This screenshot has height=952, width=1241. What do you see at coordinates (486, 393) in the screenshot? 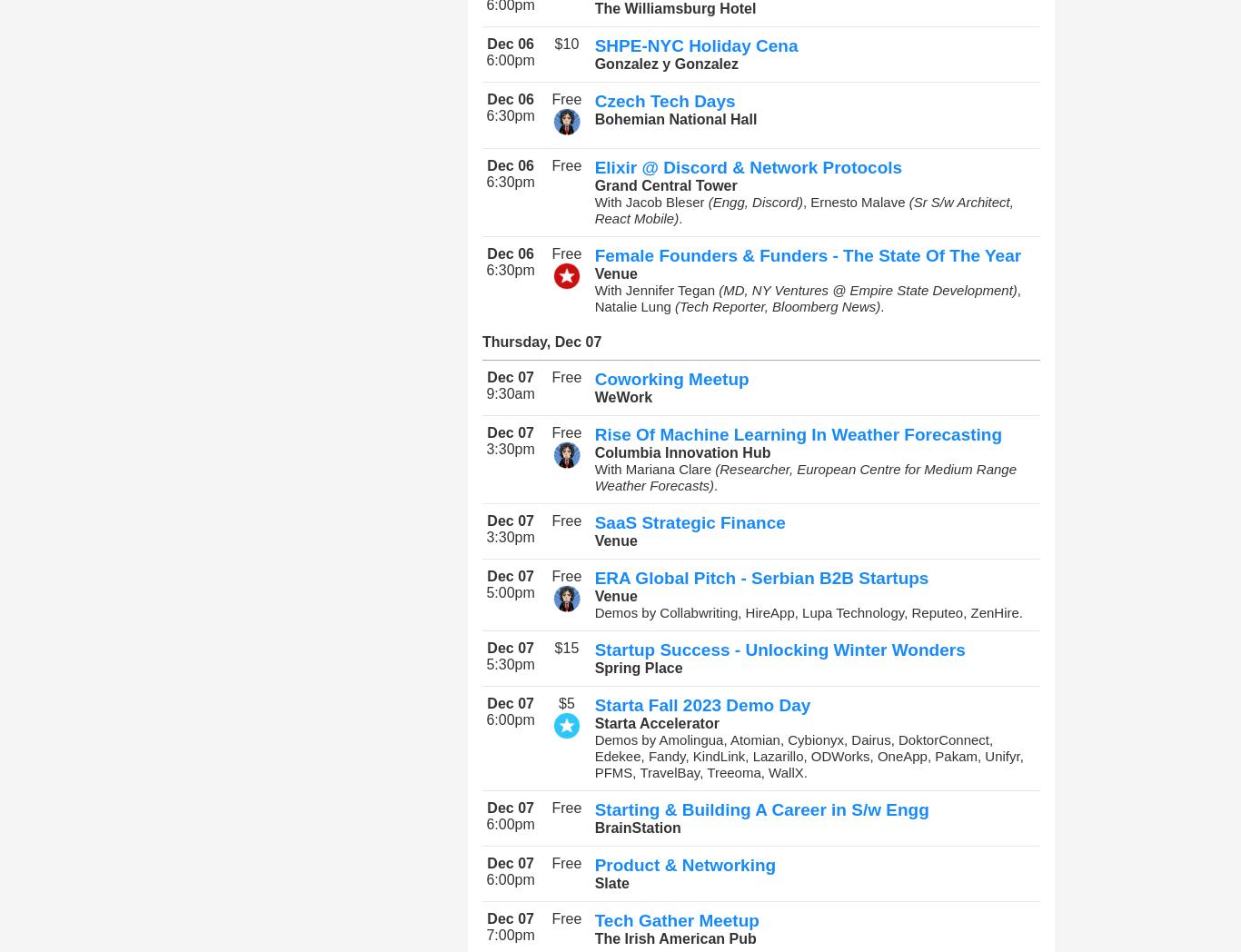
I see `'9:30am'` at bounding box center [486, 393].